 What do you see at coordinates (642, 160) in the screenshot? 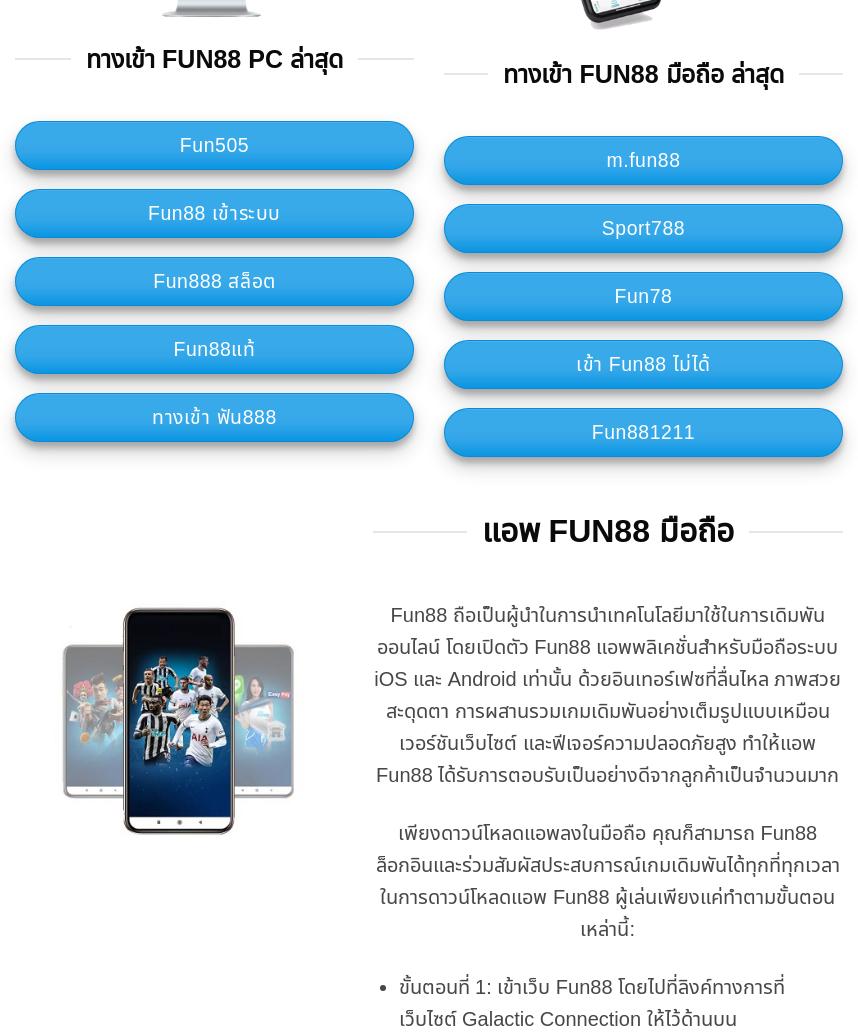
I see `'m.fun88'` at bounding box center [642, 160].